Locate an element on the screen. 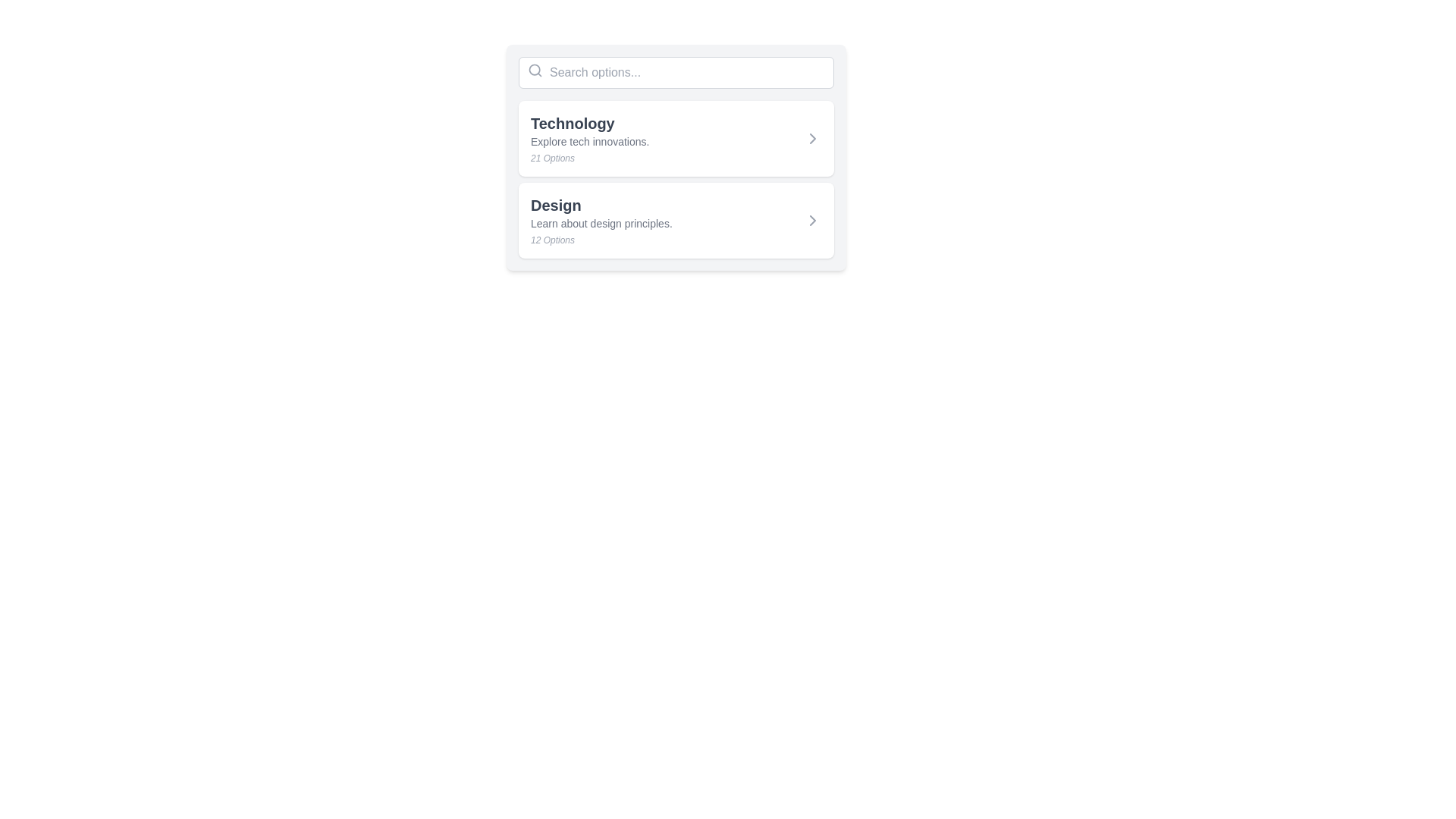  the Interactive List Item labeled 'Technology' which displays a subtitle 'Explore tech innovations.' and an additional info '21 Options' is located at coordinates (676, 138).